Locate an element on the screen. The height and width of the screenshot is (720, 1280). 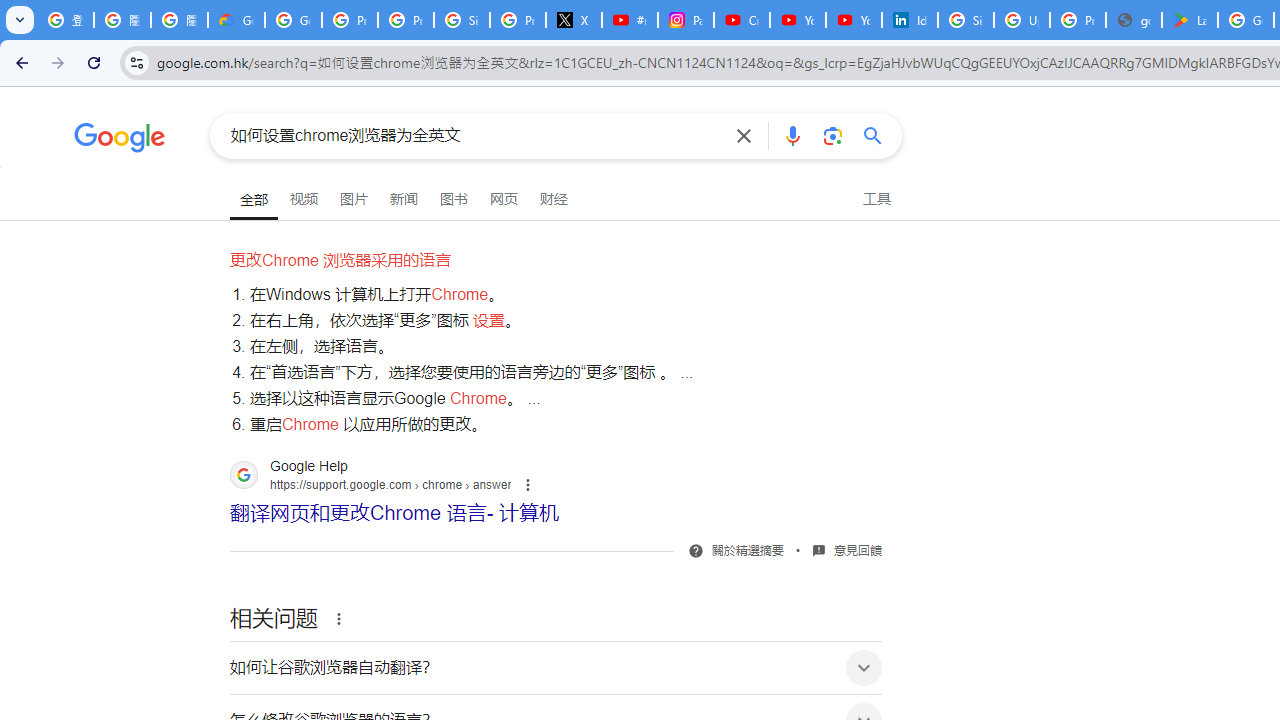
'Last Shelter: Survival - Apps on Google Play' is located at coordinates (1190, 20).